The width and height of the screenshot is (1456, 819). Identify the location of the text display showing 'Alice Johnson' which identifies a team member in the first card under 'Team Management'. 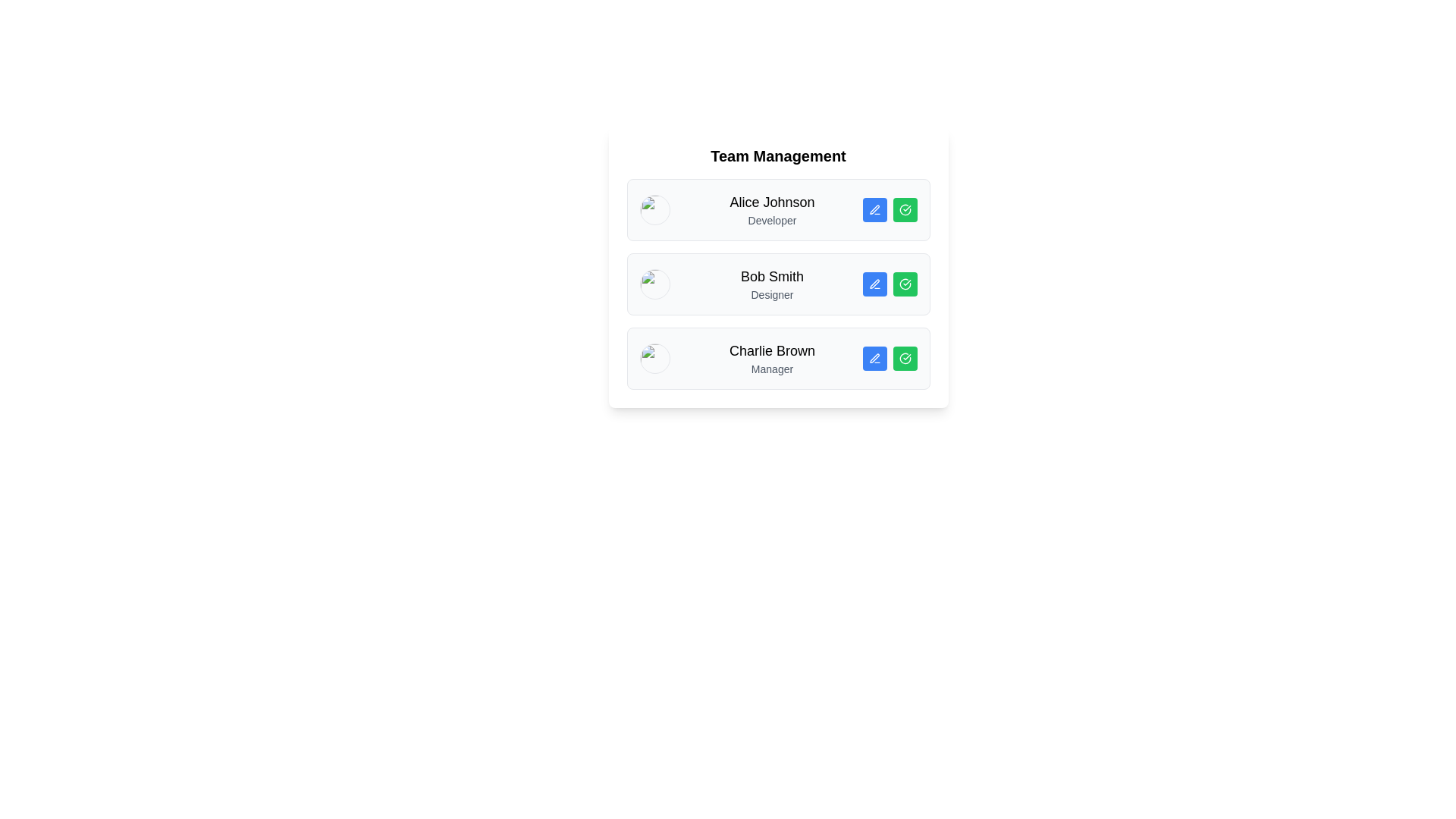
(772, 201).